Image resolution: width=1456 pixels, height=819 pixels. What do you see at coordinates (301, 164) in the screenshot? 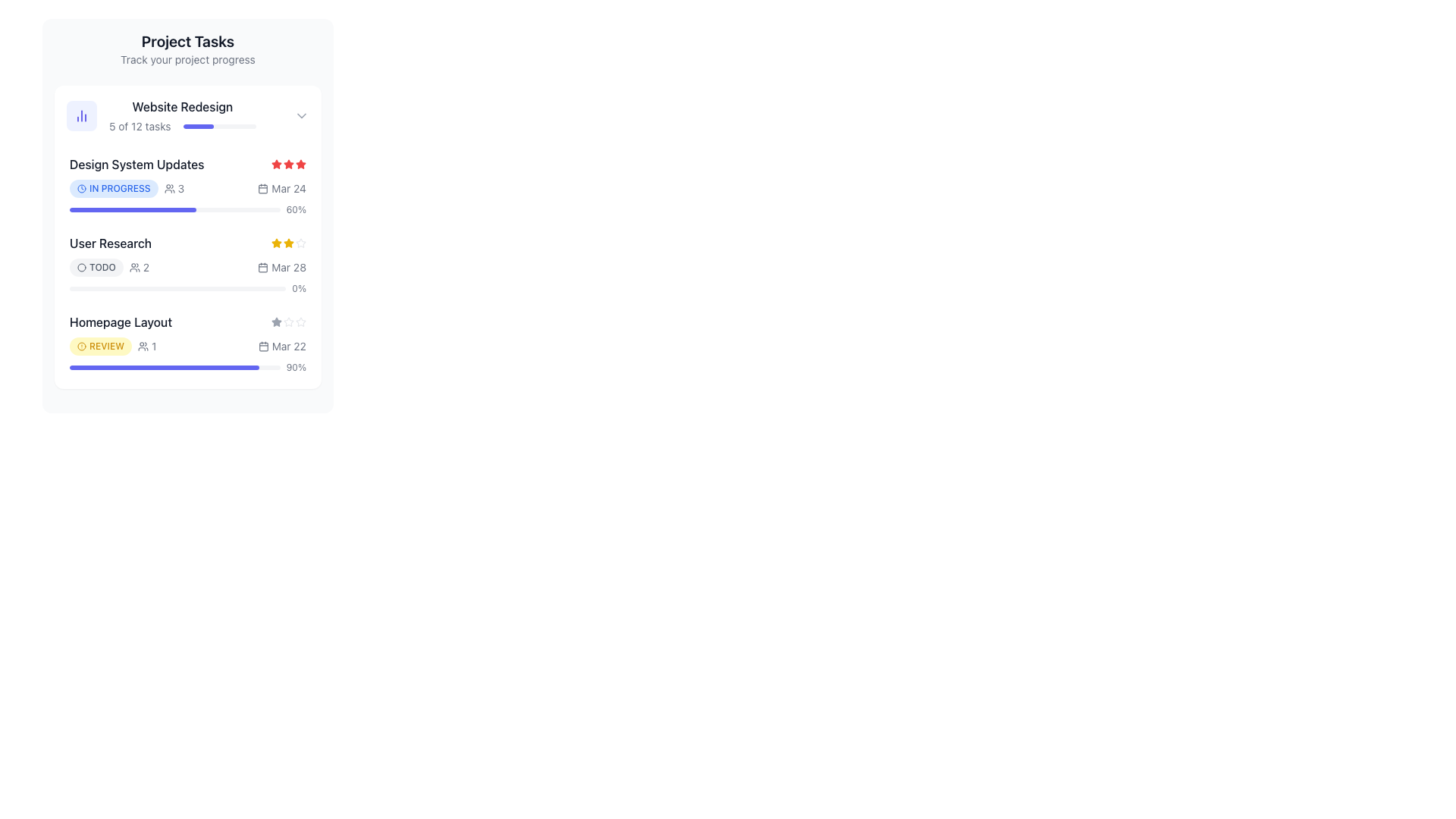
I see `the second star icon in the 'Design System Updates' task card to interact or change its state` at bounding box center [301, 164].